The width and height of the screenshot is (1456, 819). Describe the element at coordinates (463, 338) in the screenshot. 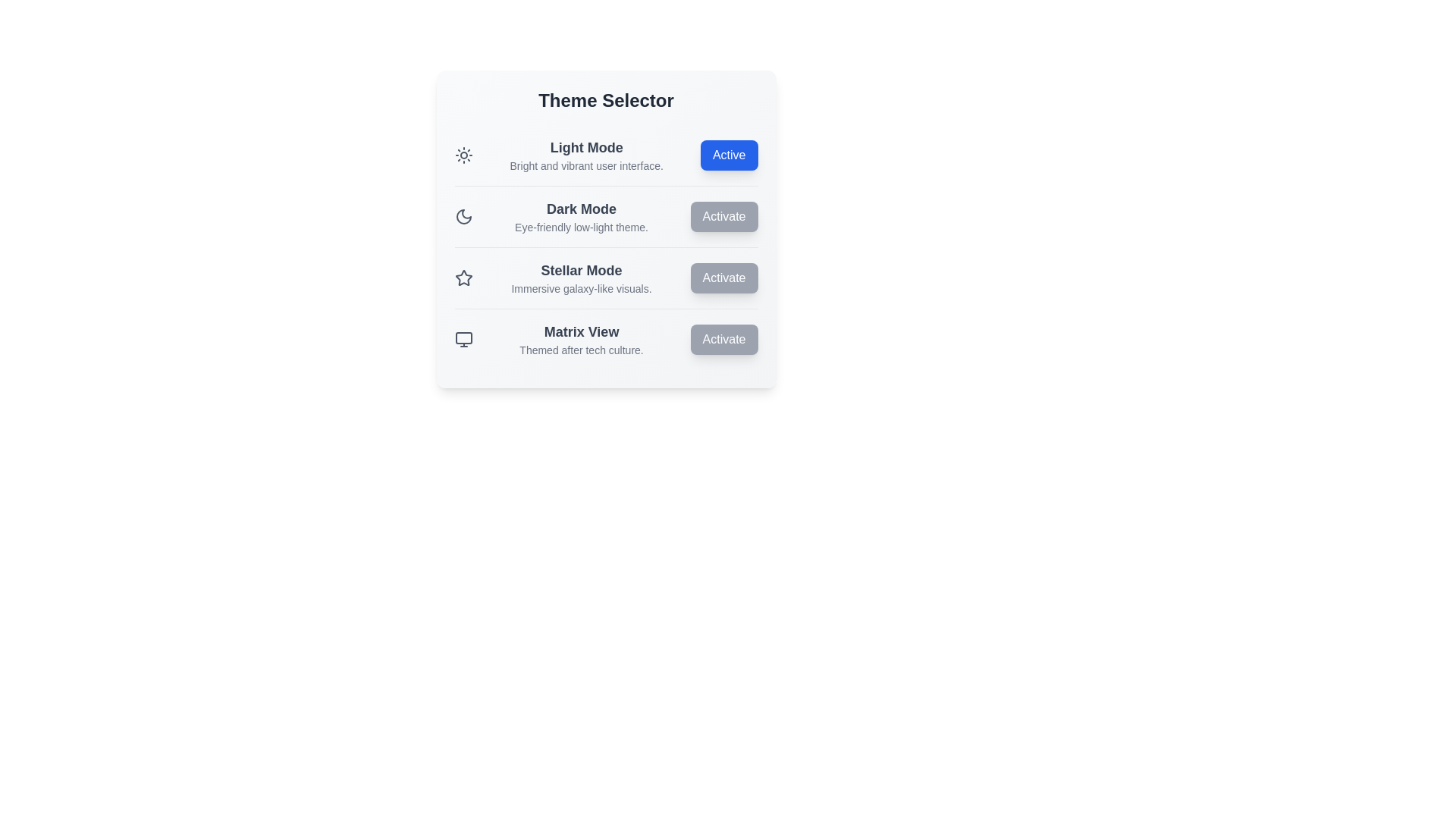

I see `the icon for the selected theme Matrix View` at that location.